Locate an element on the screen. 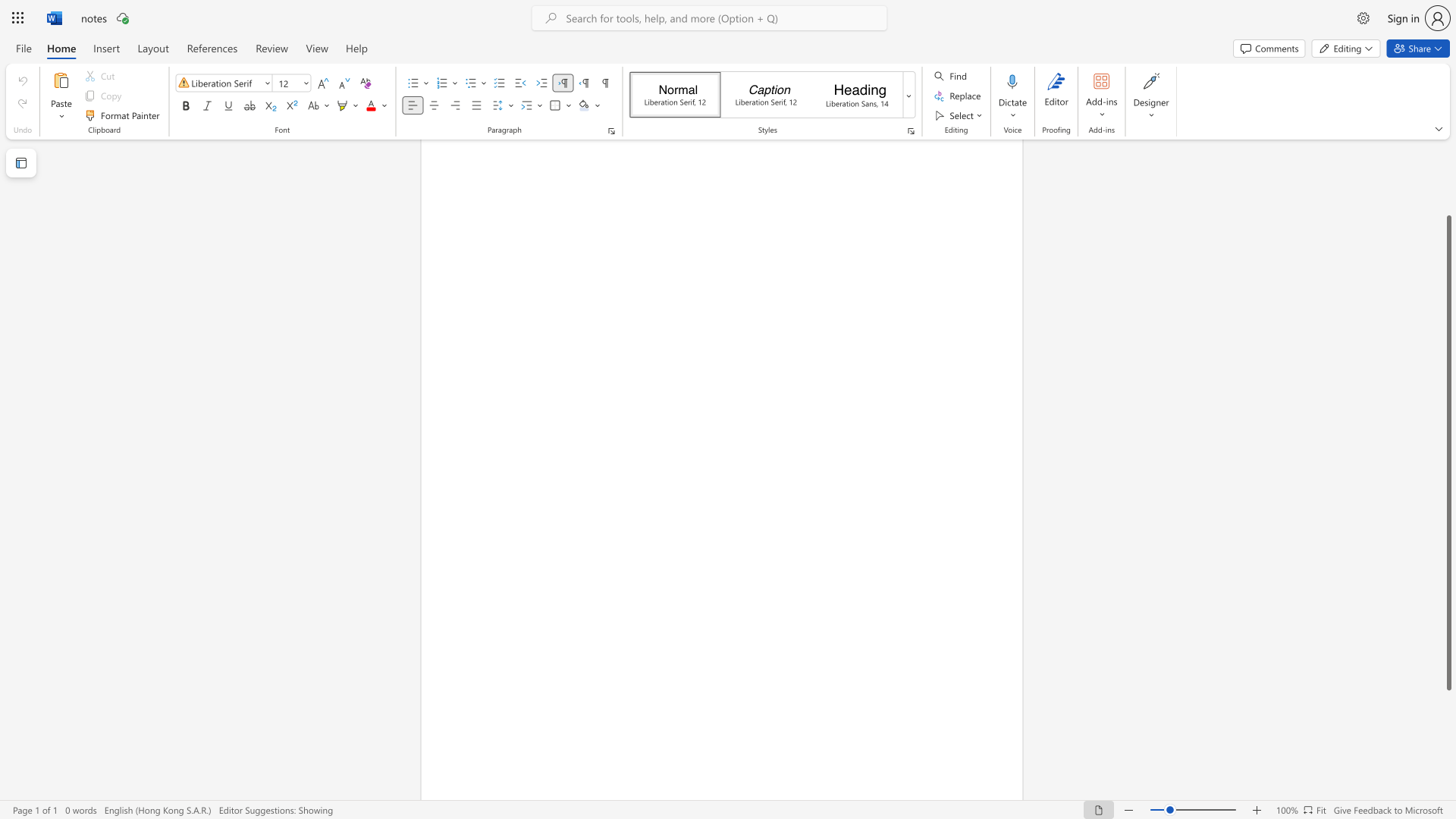 Image resolution: width=1456 pixels, height=819 pixels. the right-hand scrollbar to ascend the page is located at coordinates (1448, 180).